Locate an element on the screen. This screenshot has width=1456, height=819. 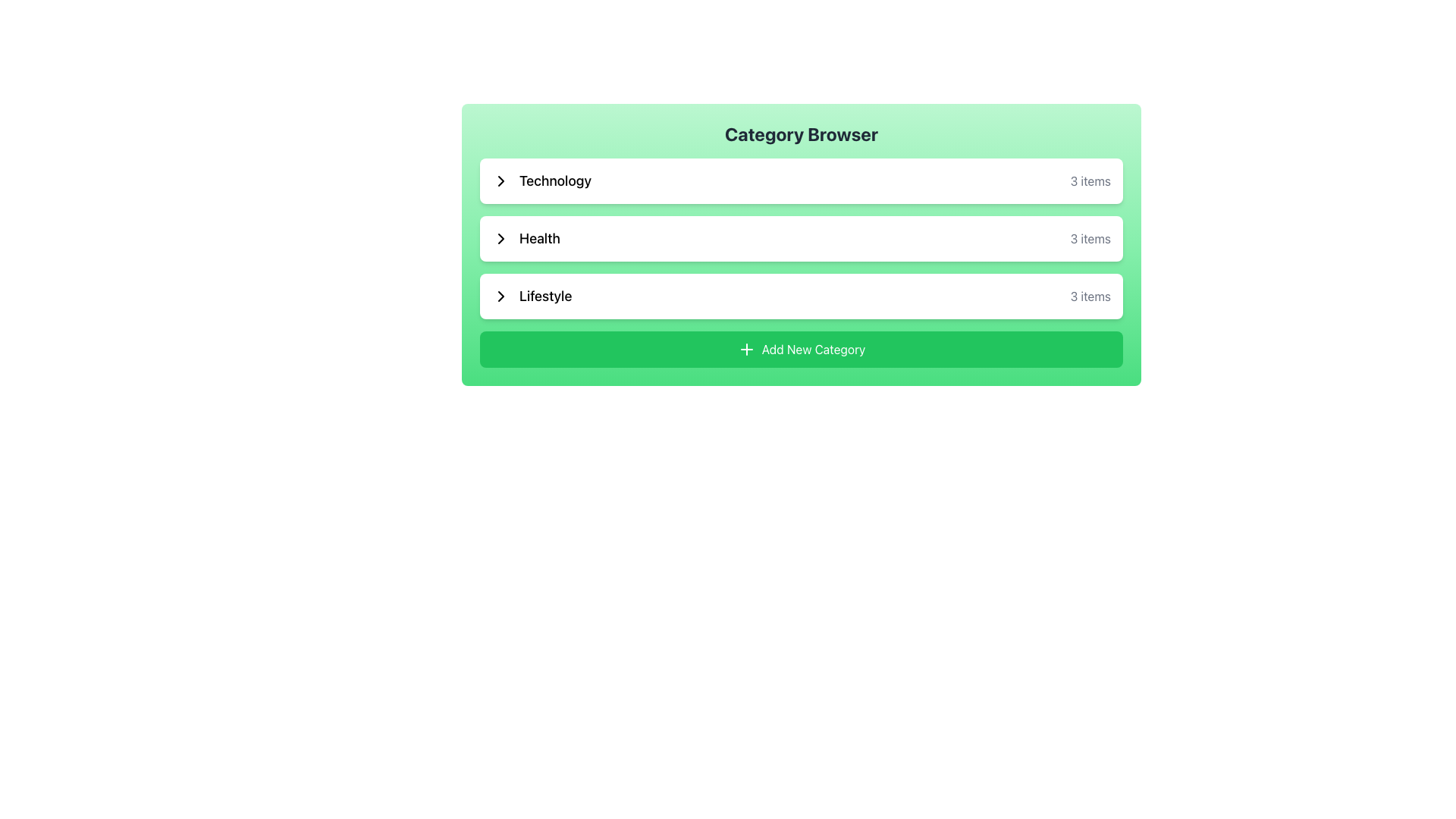
the 'Health' list item in the 'Category Browser' is located at coordinates (800, 244).